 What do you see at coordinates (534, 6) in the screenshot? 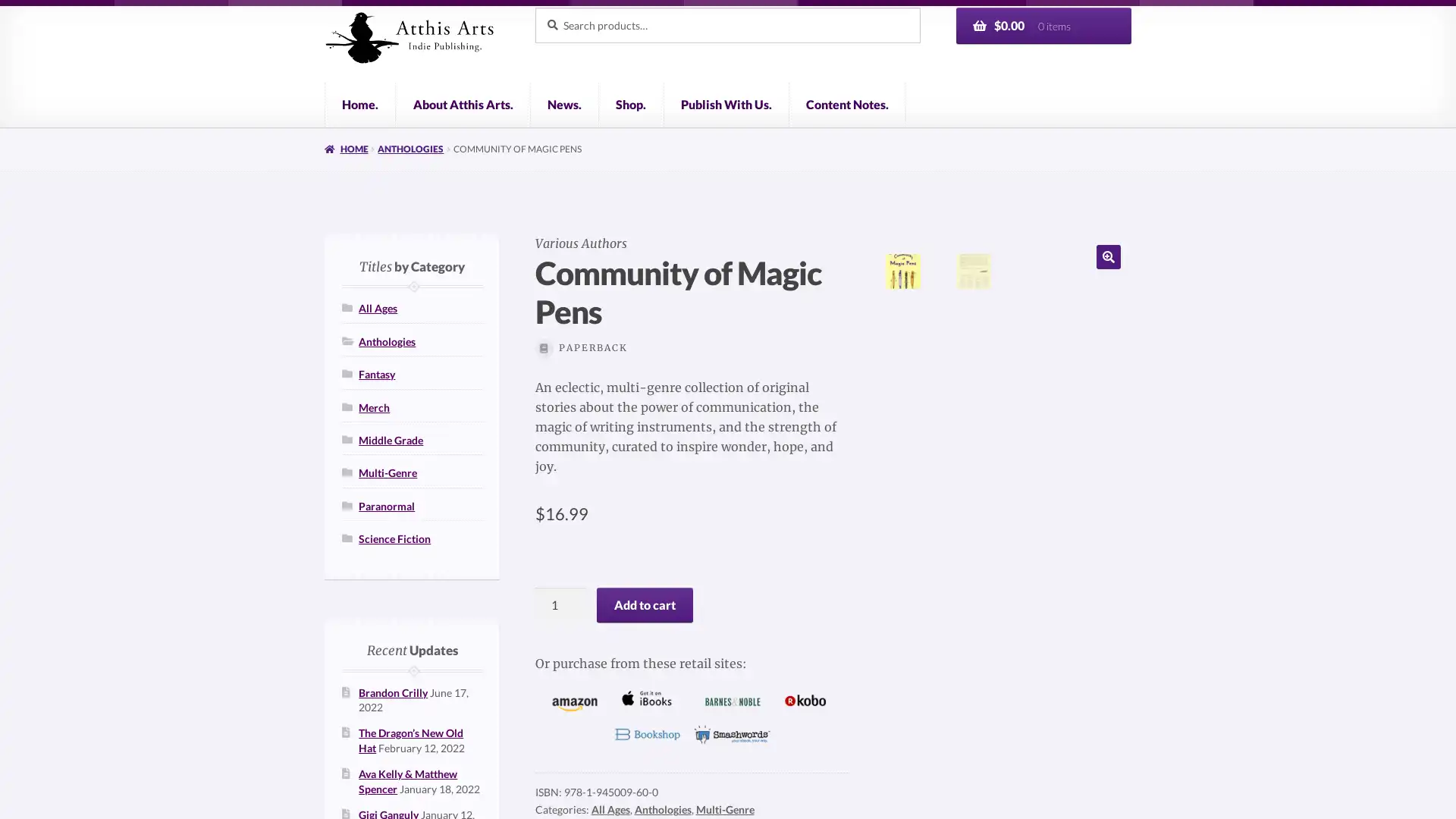
I see `Search` at bounding box center [534, 6].